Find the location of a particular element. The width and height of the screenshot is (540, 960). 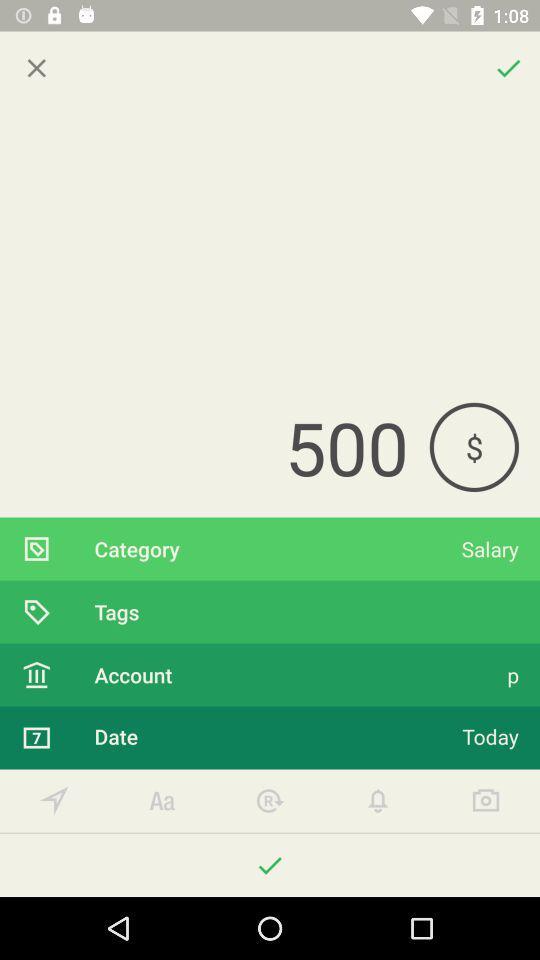

window is located at coordinates (36, 68).